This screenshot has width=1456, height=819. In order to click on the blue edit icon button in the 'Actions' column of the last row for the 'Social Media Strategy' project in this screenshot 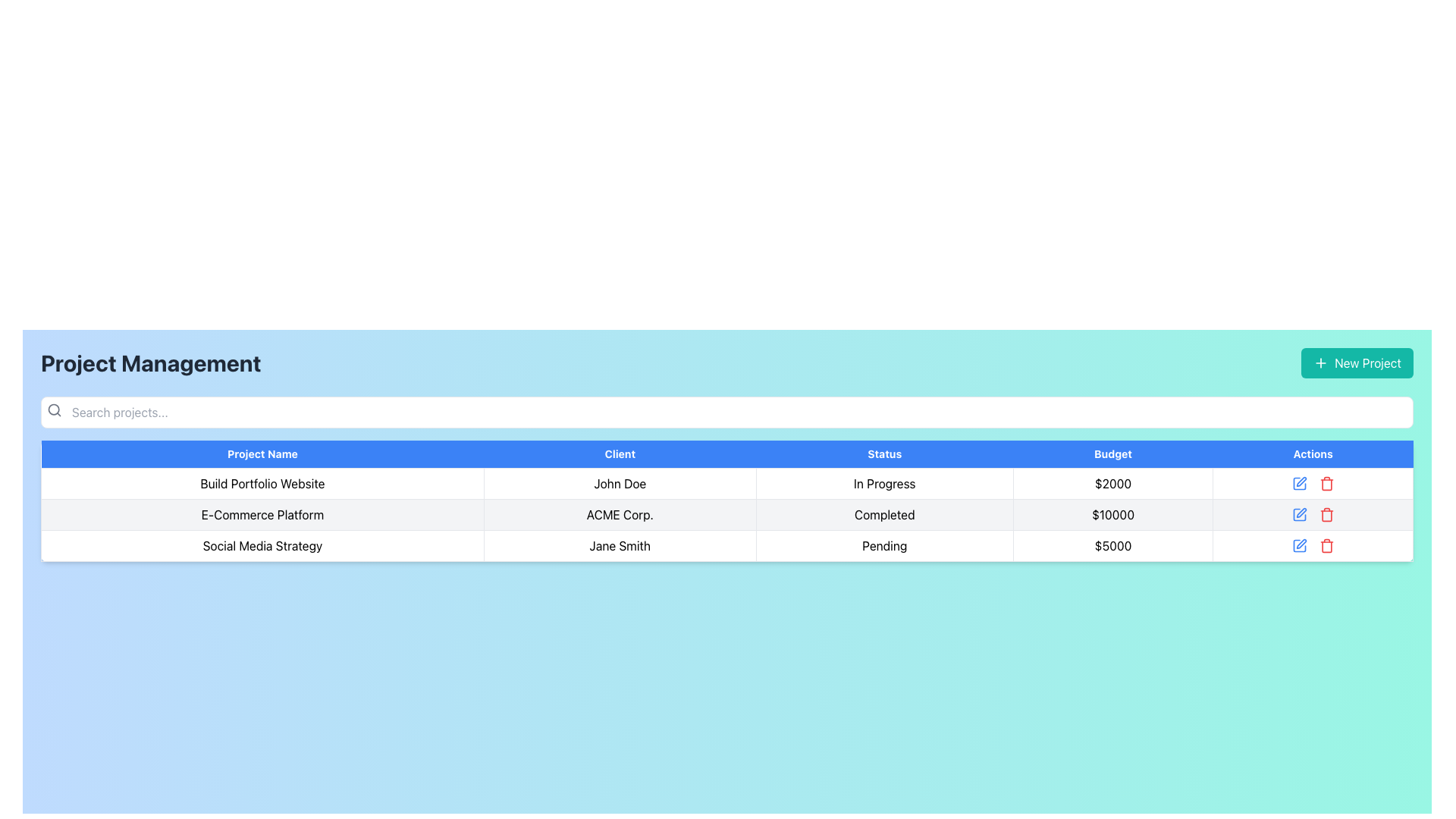, I will do `click(1298, 546)`.